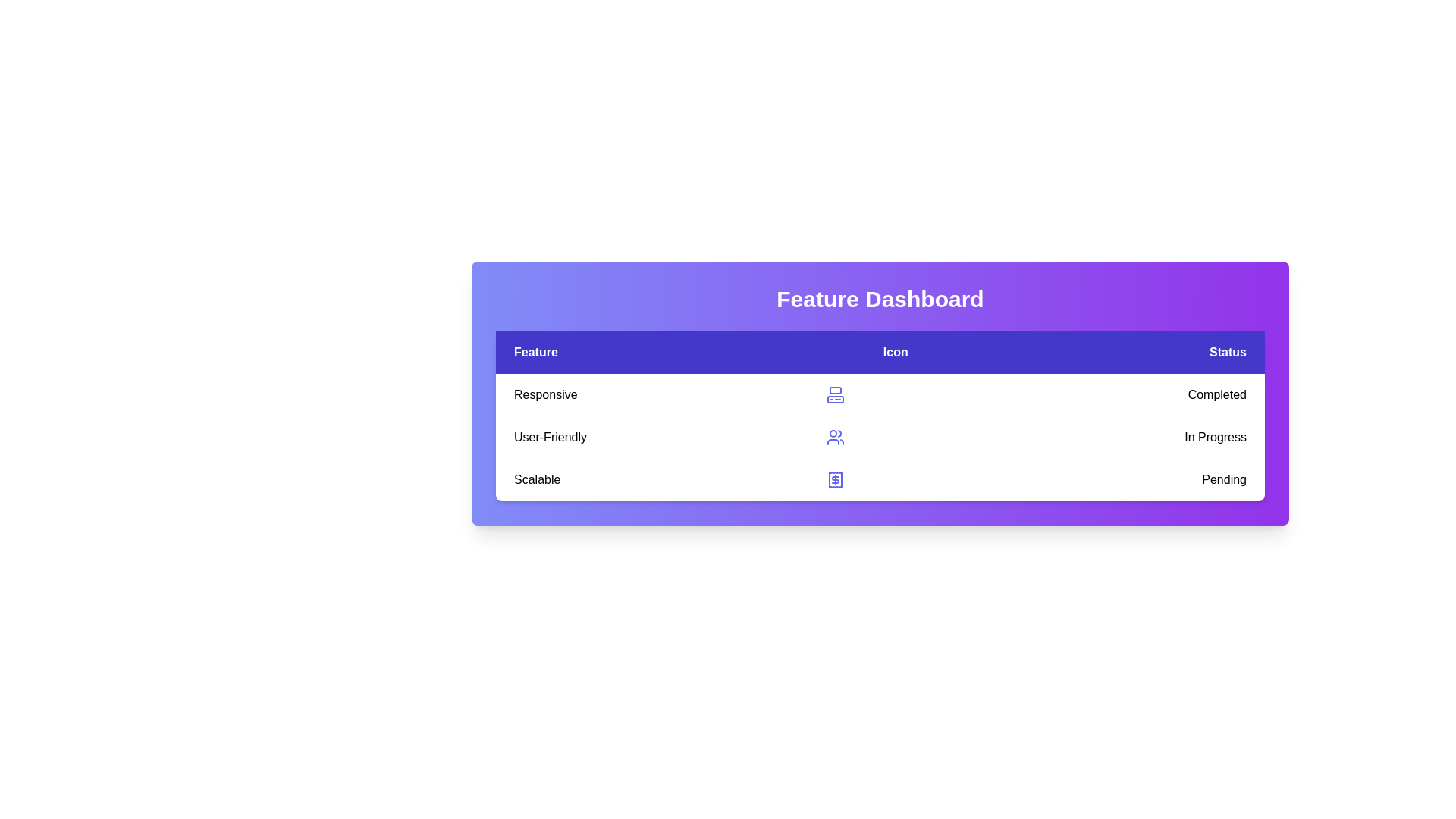 The height and width of the screenshot is (819, 1456). What do you see at coordinates (880, 394) in the screenshot?
I see `the first row in the table labeled 'Responsive' to interact with it` at bounding box center [880, 394].